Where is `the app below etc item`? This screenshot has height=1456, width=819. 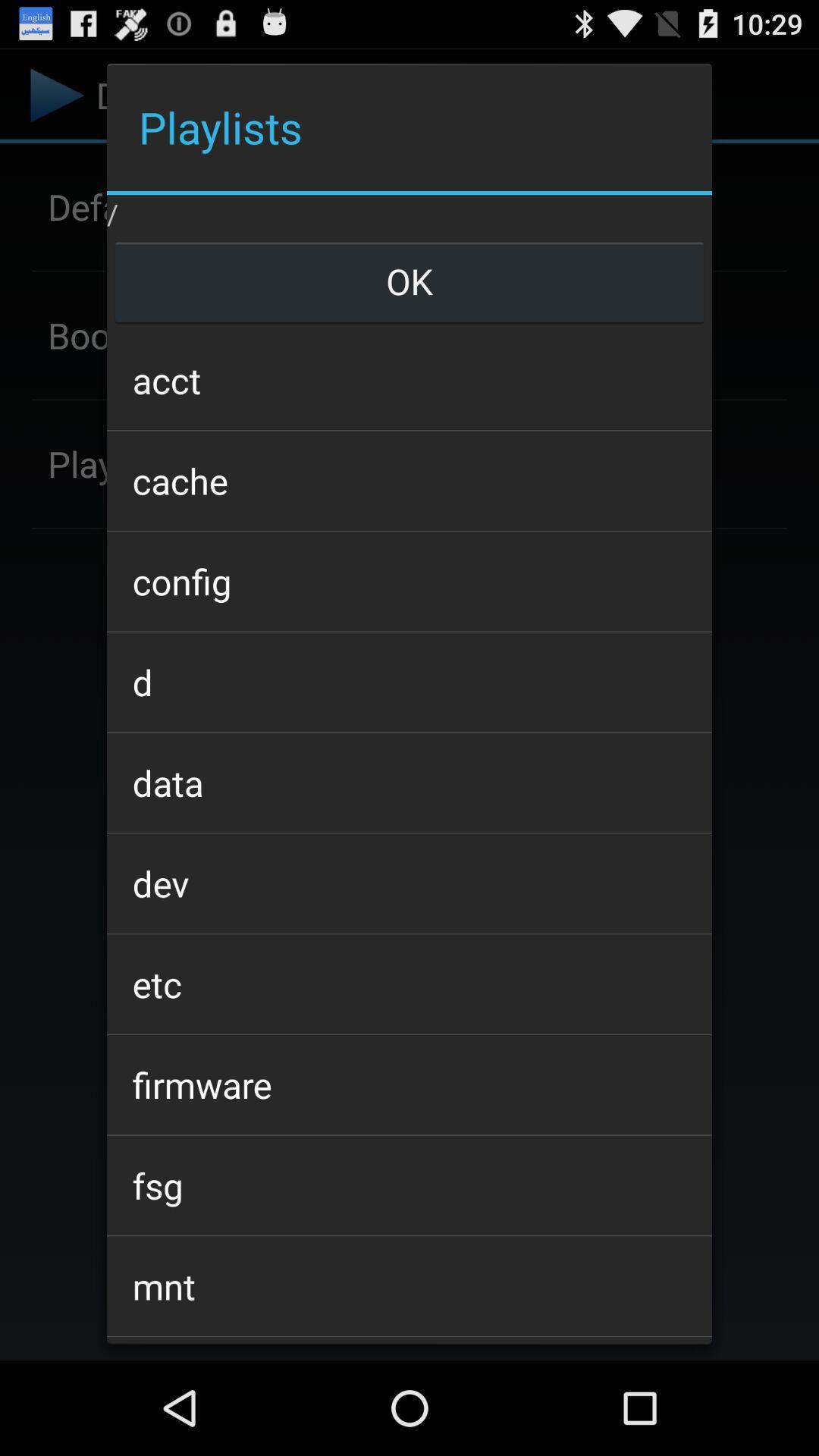 the app below etc item is located at coordinates (409, 1084).